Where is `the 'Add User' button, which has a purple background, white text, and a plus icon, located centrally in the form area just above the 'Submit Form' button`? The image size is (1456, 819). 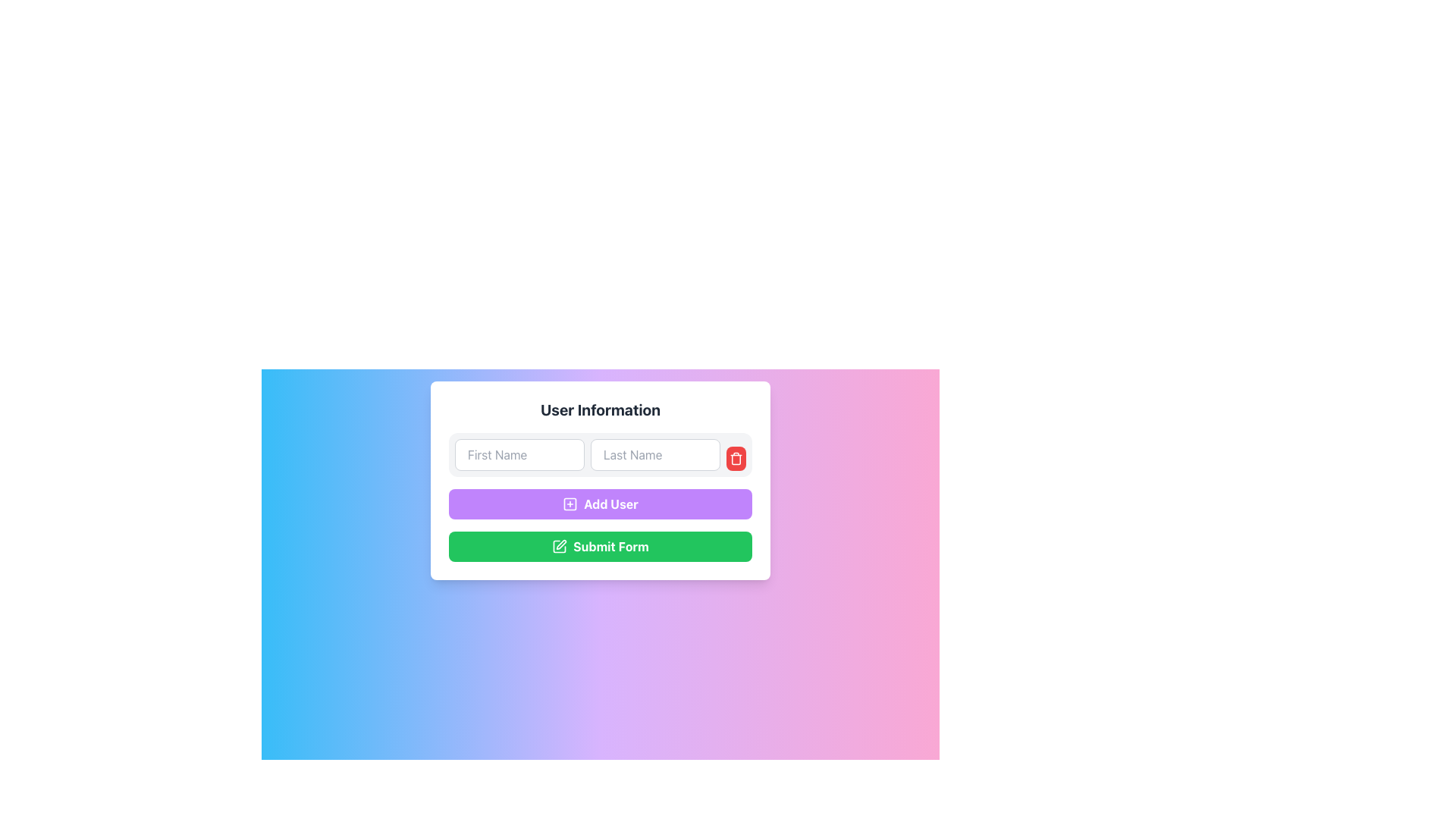
the 'Add User' button, which has a purple background, white text, and a plus icon, located centrally in the form area just above the 'Submit Form' button is located at coordinates (600, 504).